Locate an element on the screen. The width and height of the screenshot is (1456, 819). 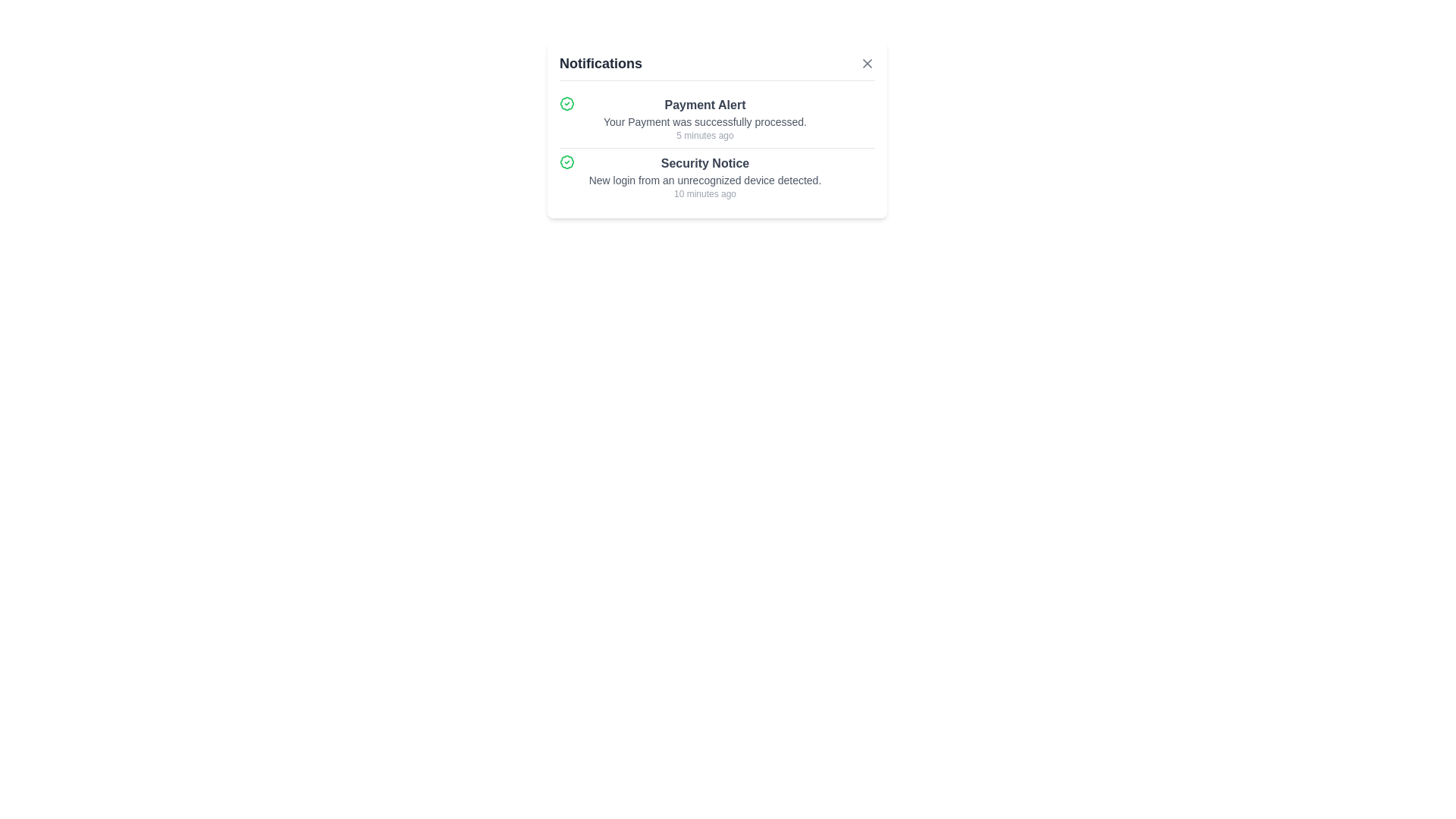
the 'Security Notice' label, which is styled with a bold font and medium gray color, located within the second notification card is located at coordinates (704, 164).